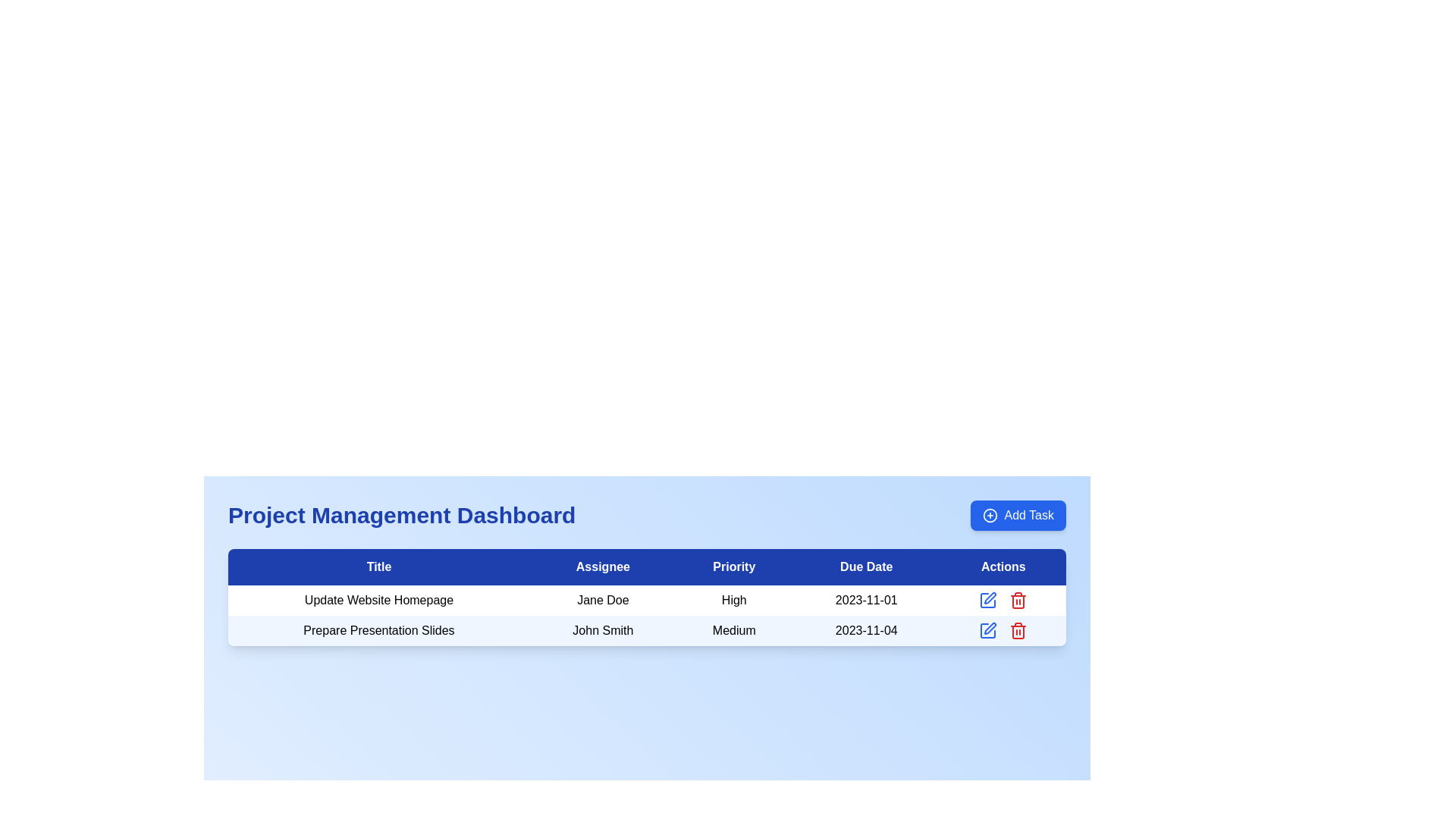 The height and width of the screenshot is (819, 1456). I want to click on the descriptive label in the second row of the table under the 'Title' column, which is located to the left of the 'John Smith' text in the 'Assignee' column, so click(378, 631).